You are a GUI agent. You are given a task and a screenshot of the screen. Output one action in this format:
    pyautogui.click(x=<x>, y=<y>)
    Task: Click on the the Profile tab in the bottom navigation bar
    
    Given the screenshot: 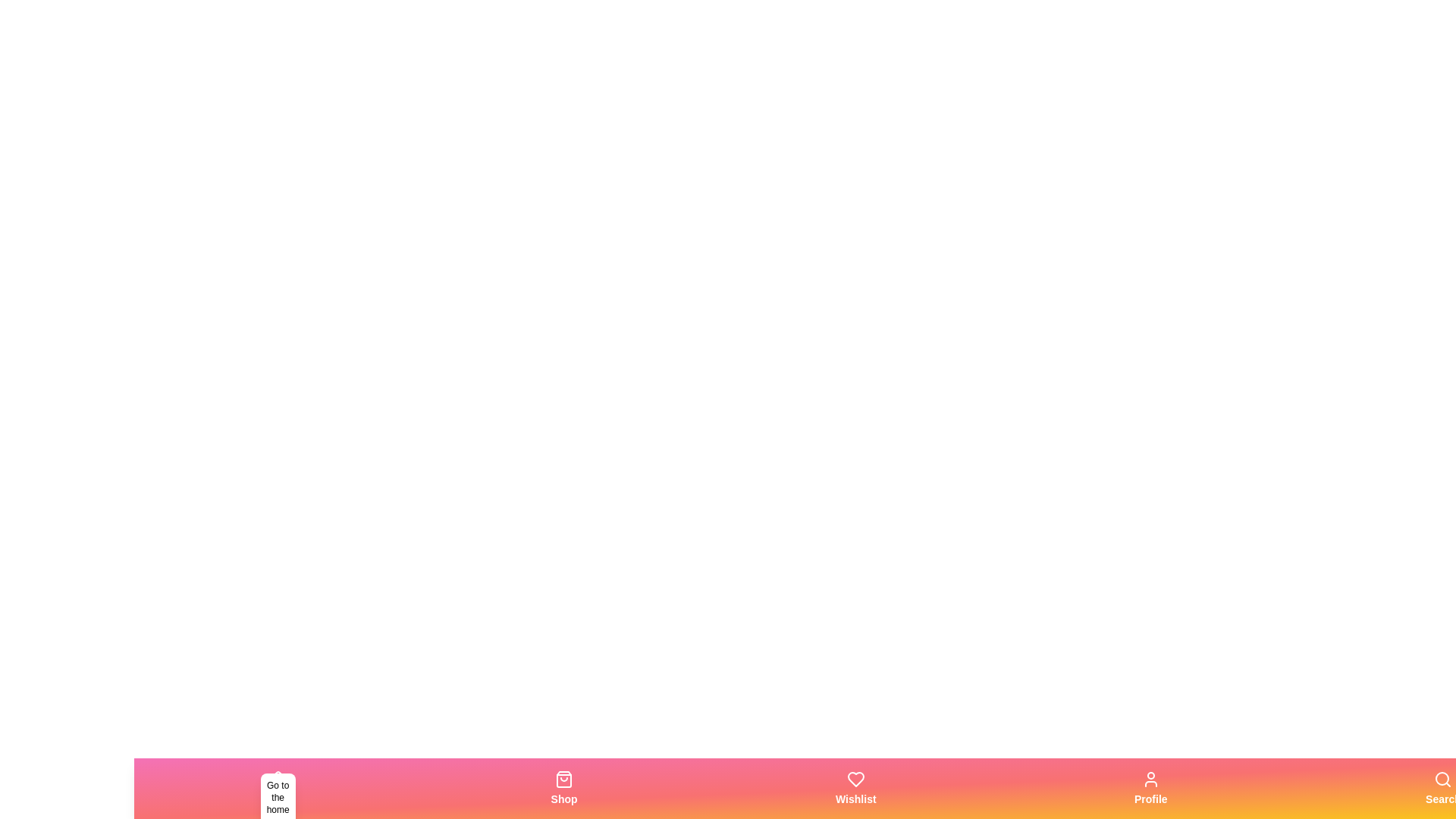 What is the action you would take?
    pyautogui.click(x=1150, y=788)
    